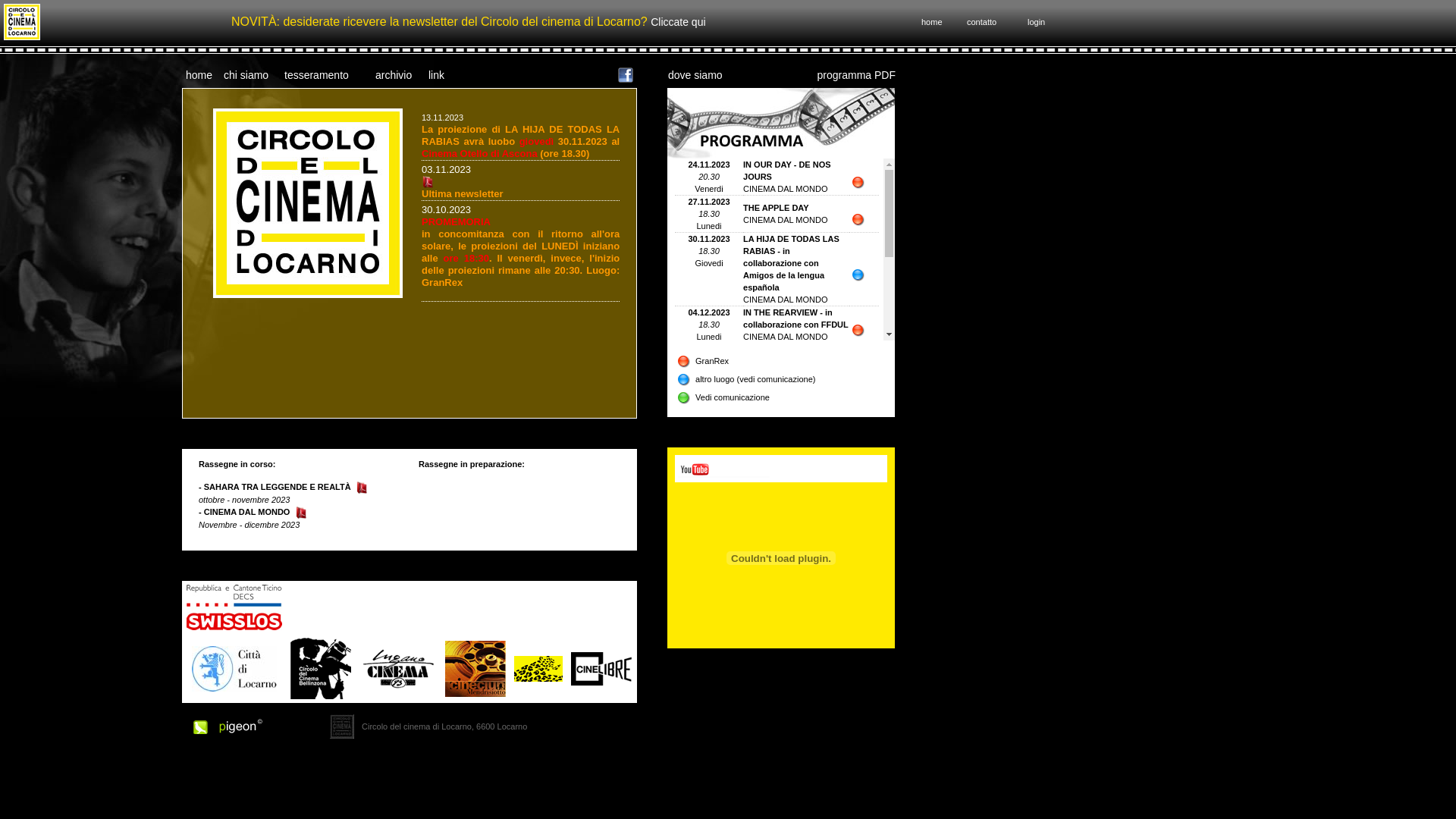 The height and width of the screenshot is (819, 1456). What do you see at coordinates (776, 207) in the screenshot?
I see `'THE APPLE DAY'` at bounding box center [776, 207].